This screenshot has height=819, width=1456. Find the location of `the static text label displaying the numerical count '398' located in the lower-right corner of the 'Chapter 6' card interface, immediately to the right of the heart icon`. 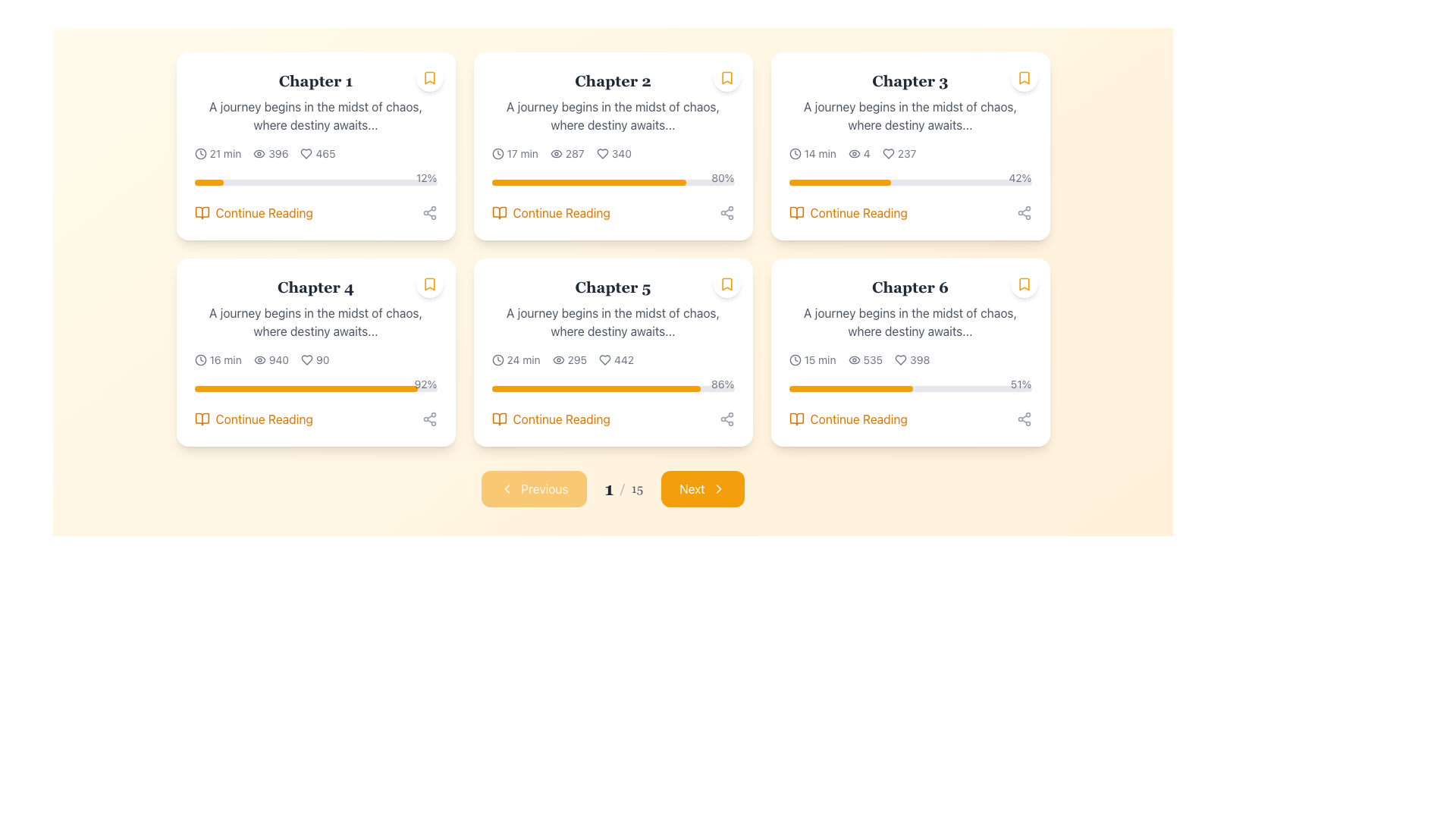

the static text label displaying the numerical count '398' located in the lower-right corner of the 'Chapter 6' card interface, immediately to the right of the heart icon is located at coordinates (919, 359).